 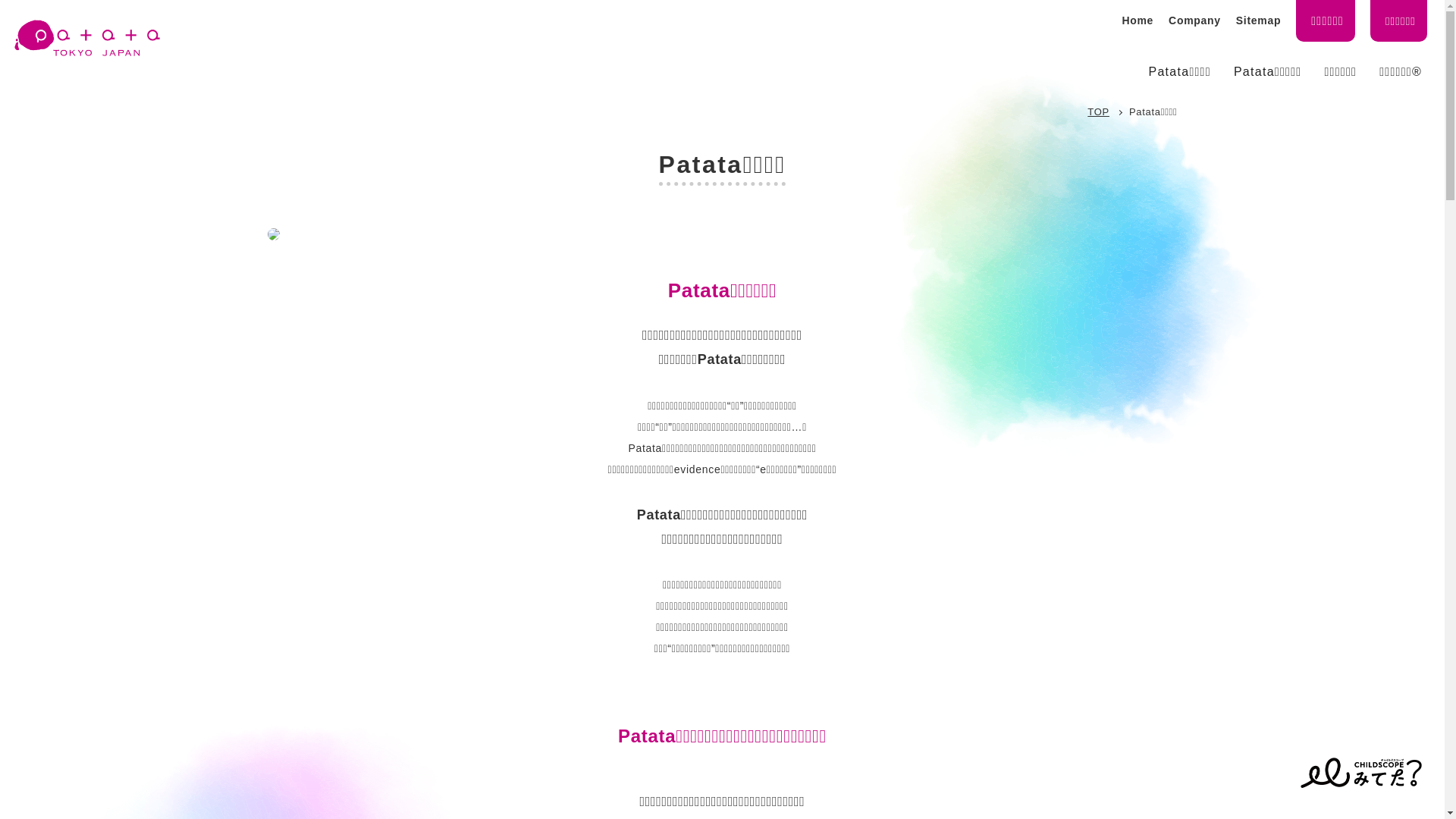 I want to click on 'Company', so click(x=1167, y=20).